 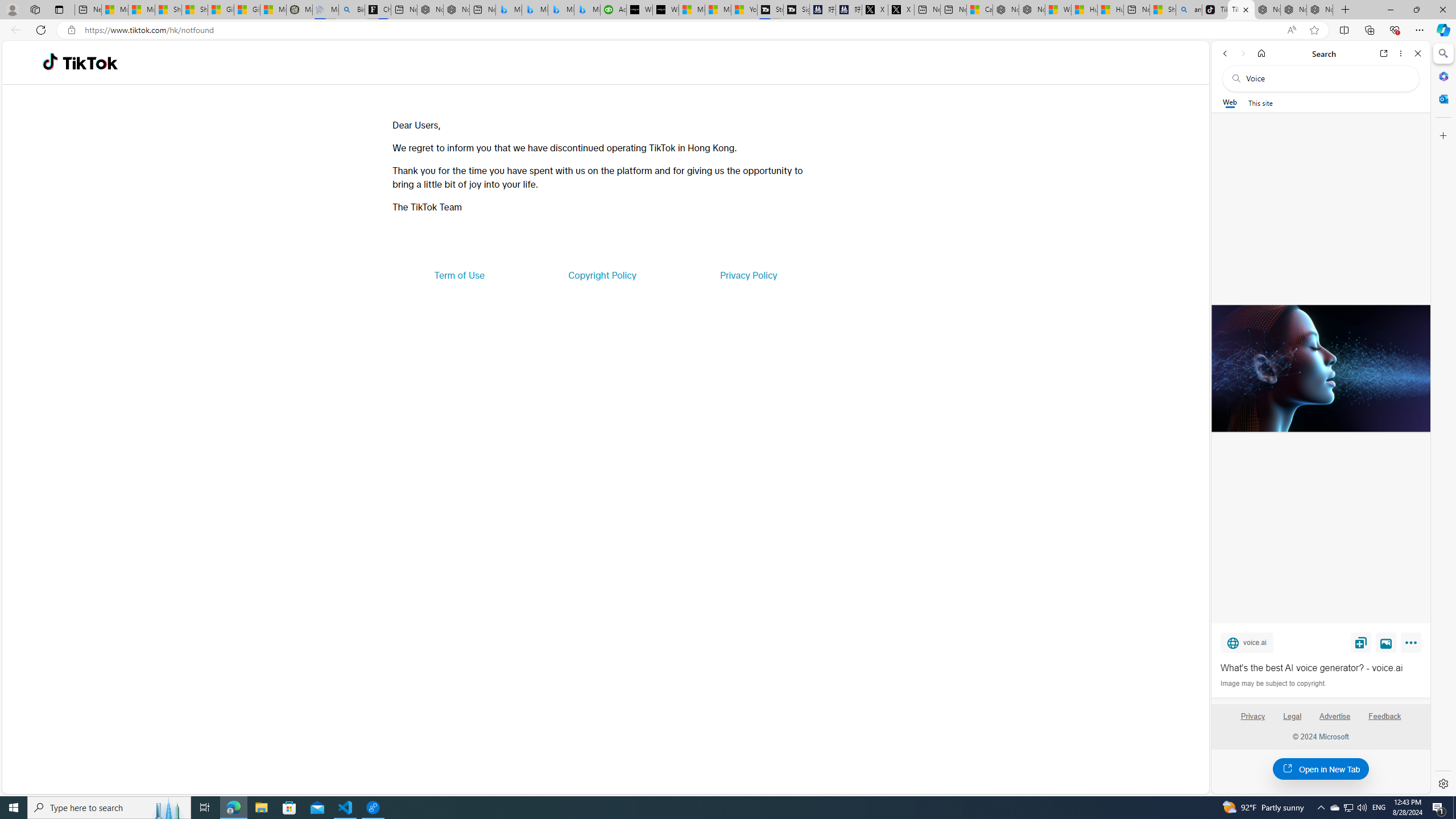 What do you see at coordinates (1319, 9) in the screenshot?
I see `'Nordace - Siena Pro 15 Essential Set'` at bounding box center [1319, 9].